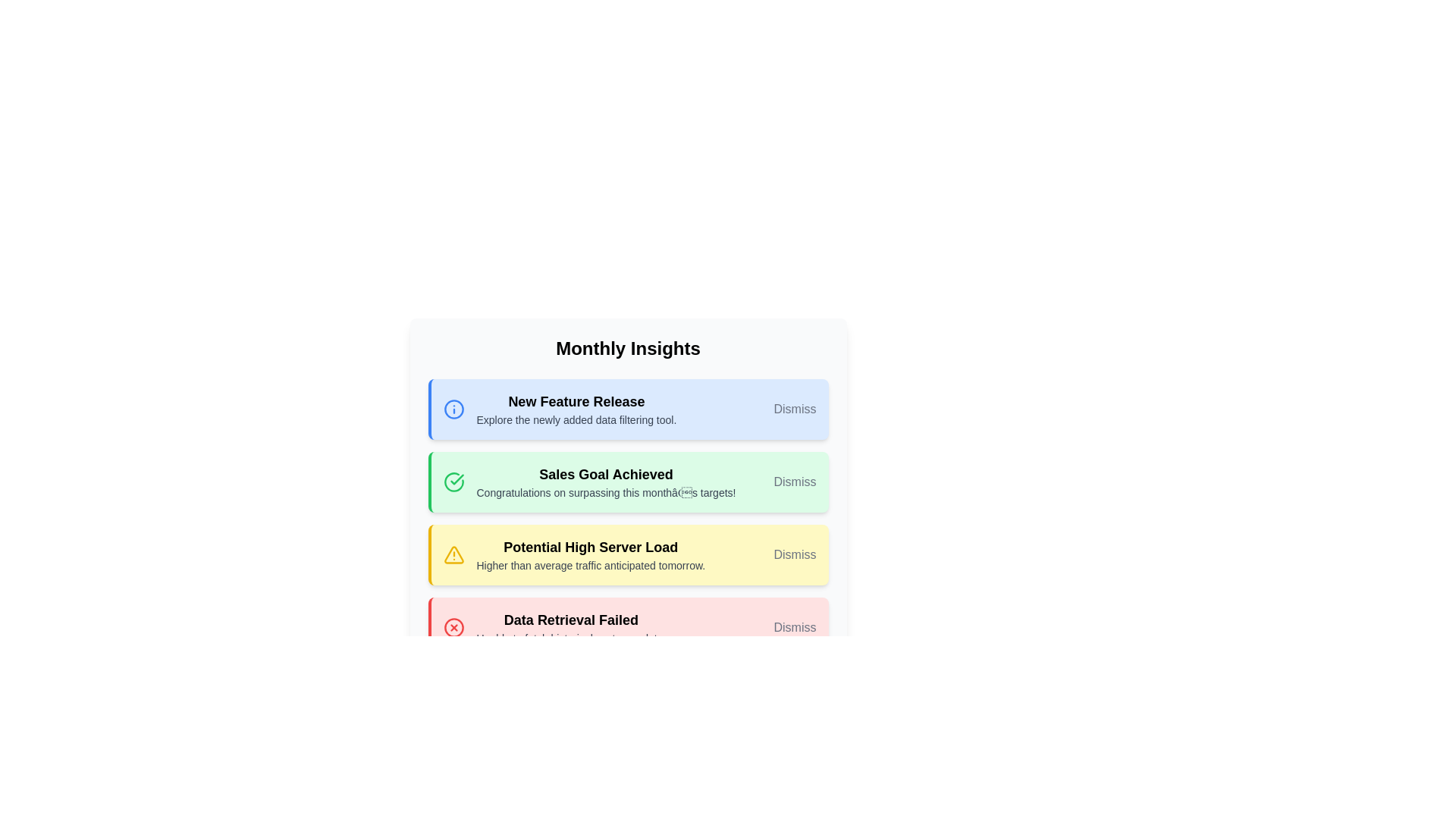  Describe the element at coordinates (453, 555) in the screenshot. I see `the Alert or Warning Icon that indicates a warning about high server load, located in the notification section titled 'Potential High Server Load' as the third item, aligned with the header text` at that location.